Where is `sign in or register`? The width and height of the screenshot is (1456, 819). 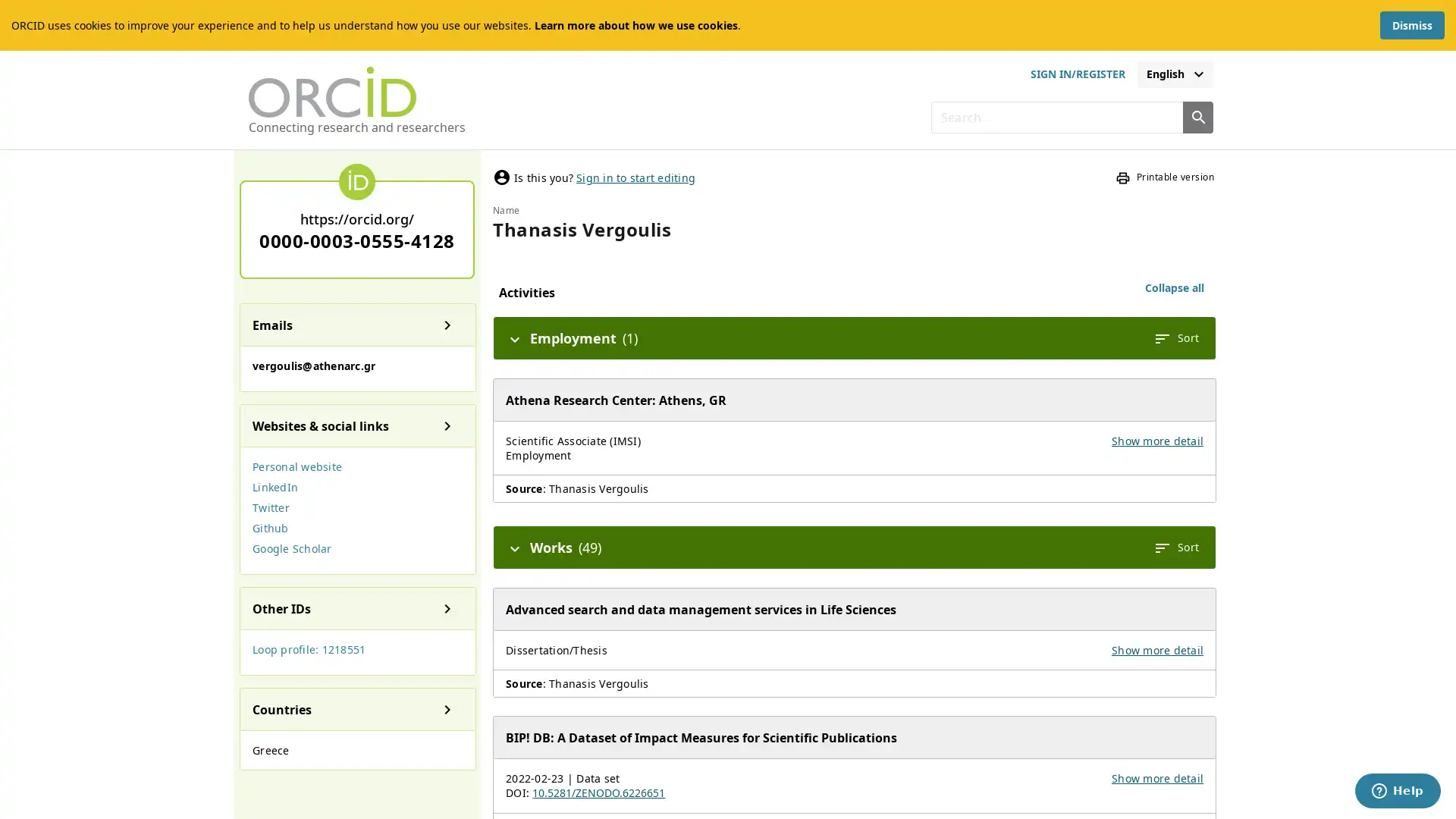 sign in or register is located at coordinates (1076, 74).